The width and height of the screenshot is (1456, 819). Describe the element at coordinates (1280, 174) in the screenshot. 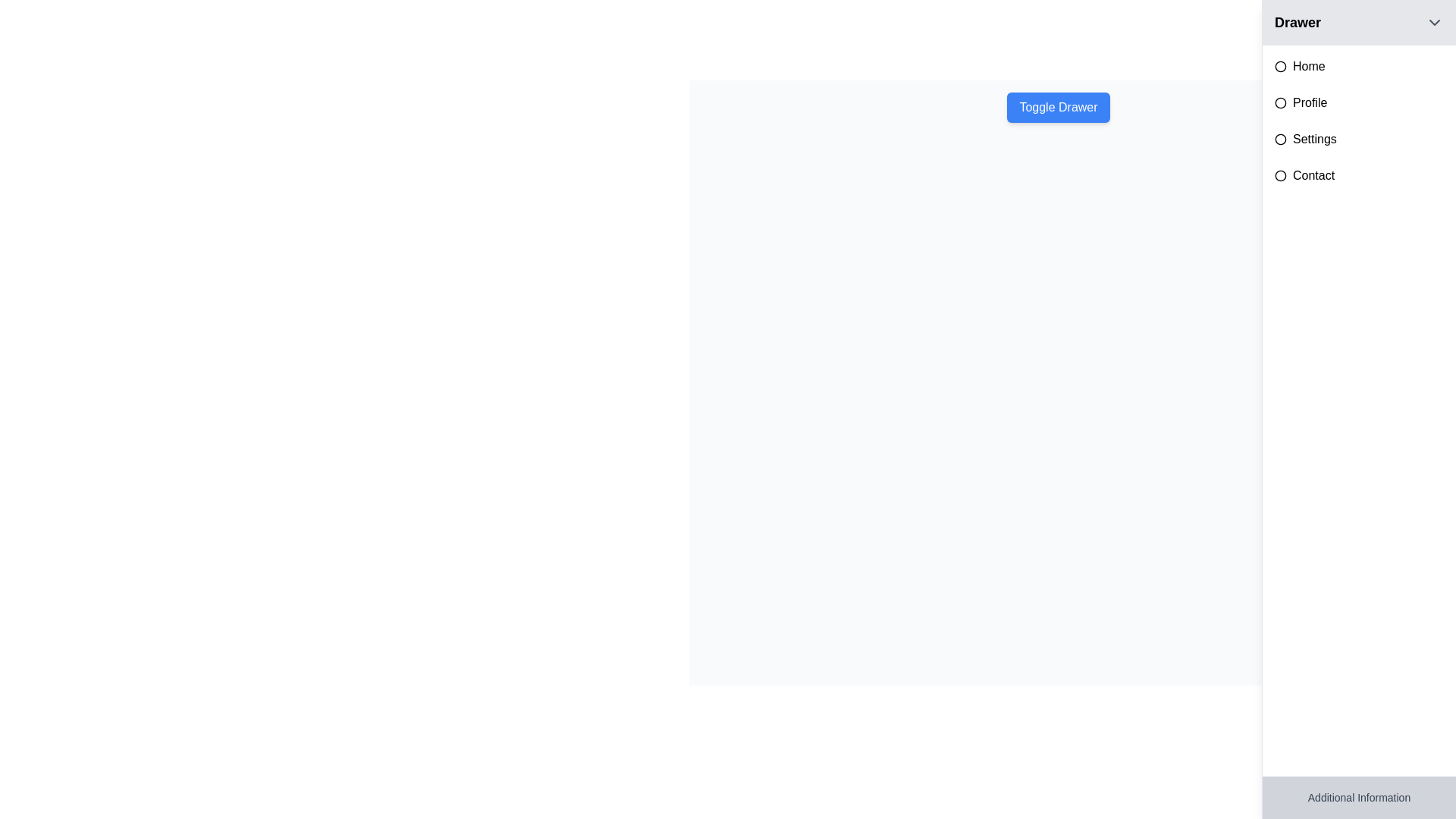

I see `the circular outline icon adjacent to the 'Contact' text in the sidebar labeled 'Drawer'` at that location.